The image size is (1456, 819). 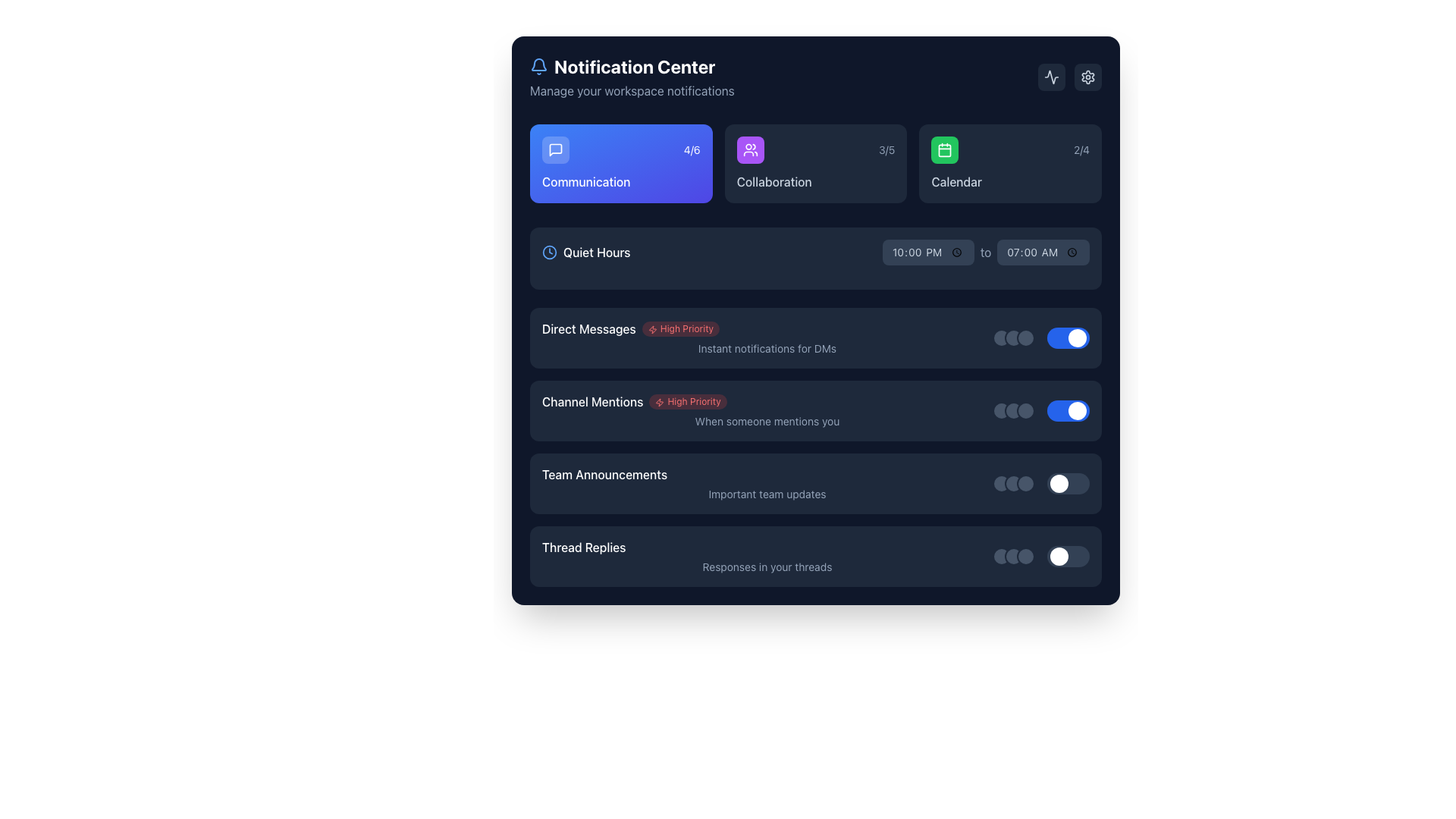 I want to click on the toggle switch for 'Direct Messages', so click(x=1068, y=337).